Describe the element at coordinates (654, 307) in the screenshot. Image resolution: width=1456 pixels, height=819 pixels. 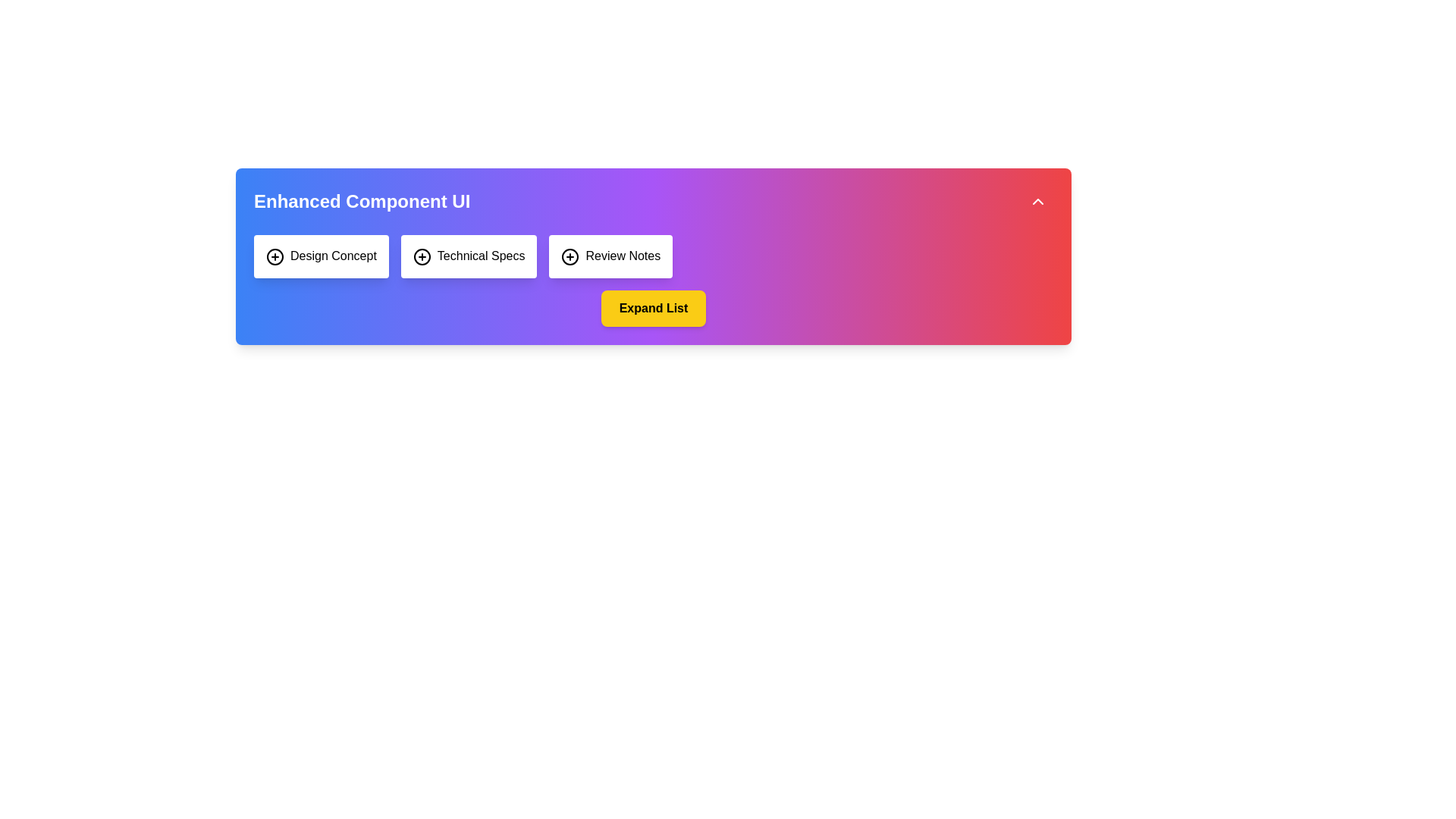
I see `the yellow button that expands a list, located below the 'Design Concept,' 'Technical Specs,' and 'Review Notes' buttons` at that location.